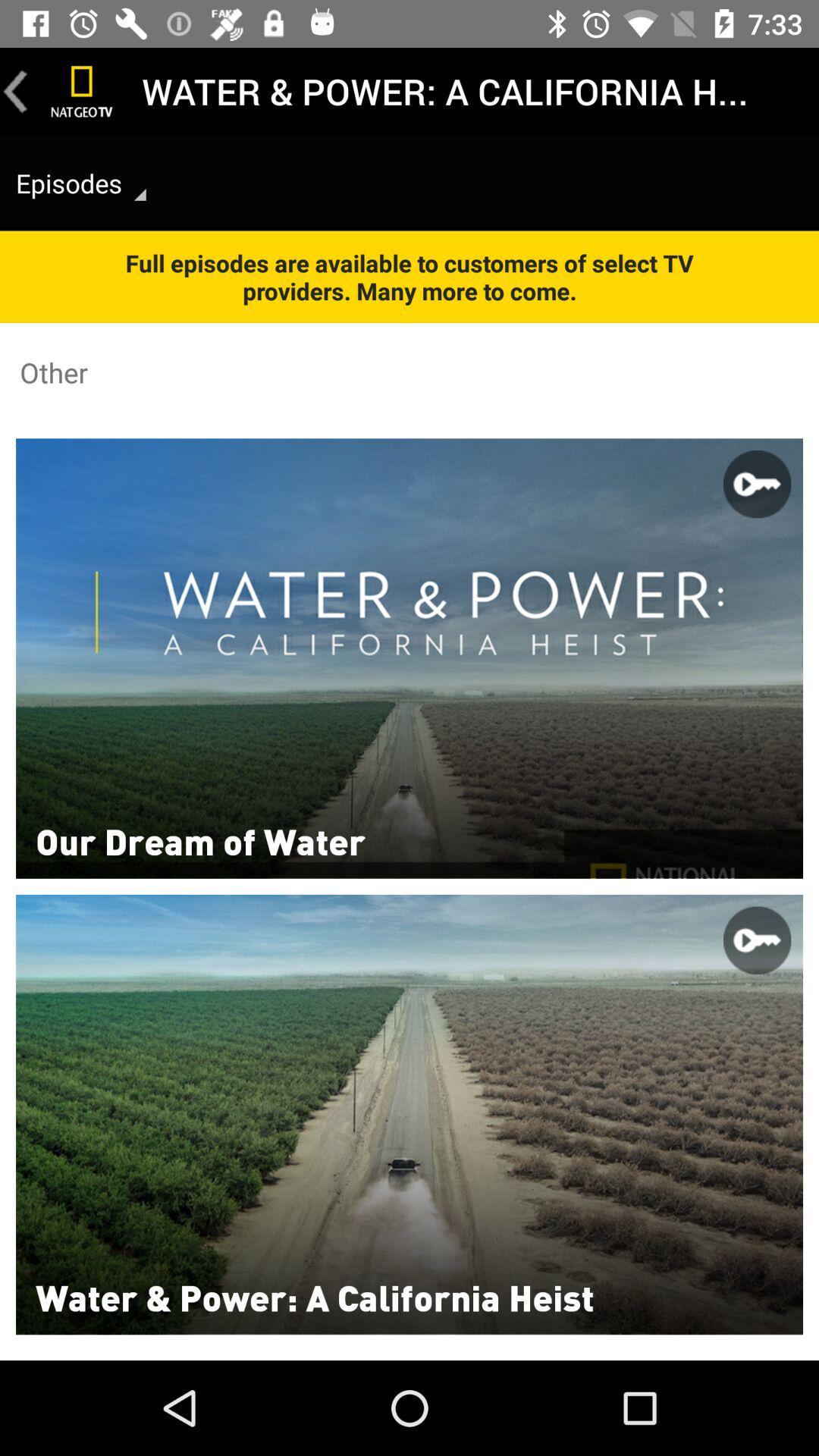  What do you see at coordinates (82, 90) in the screenshot?
I see `nat geo tv` at bounding box center [82, 90].